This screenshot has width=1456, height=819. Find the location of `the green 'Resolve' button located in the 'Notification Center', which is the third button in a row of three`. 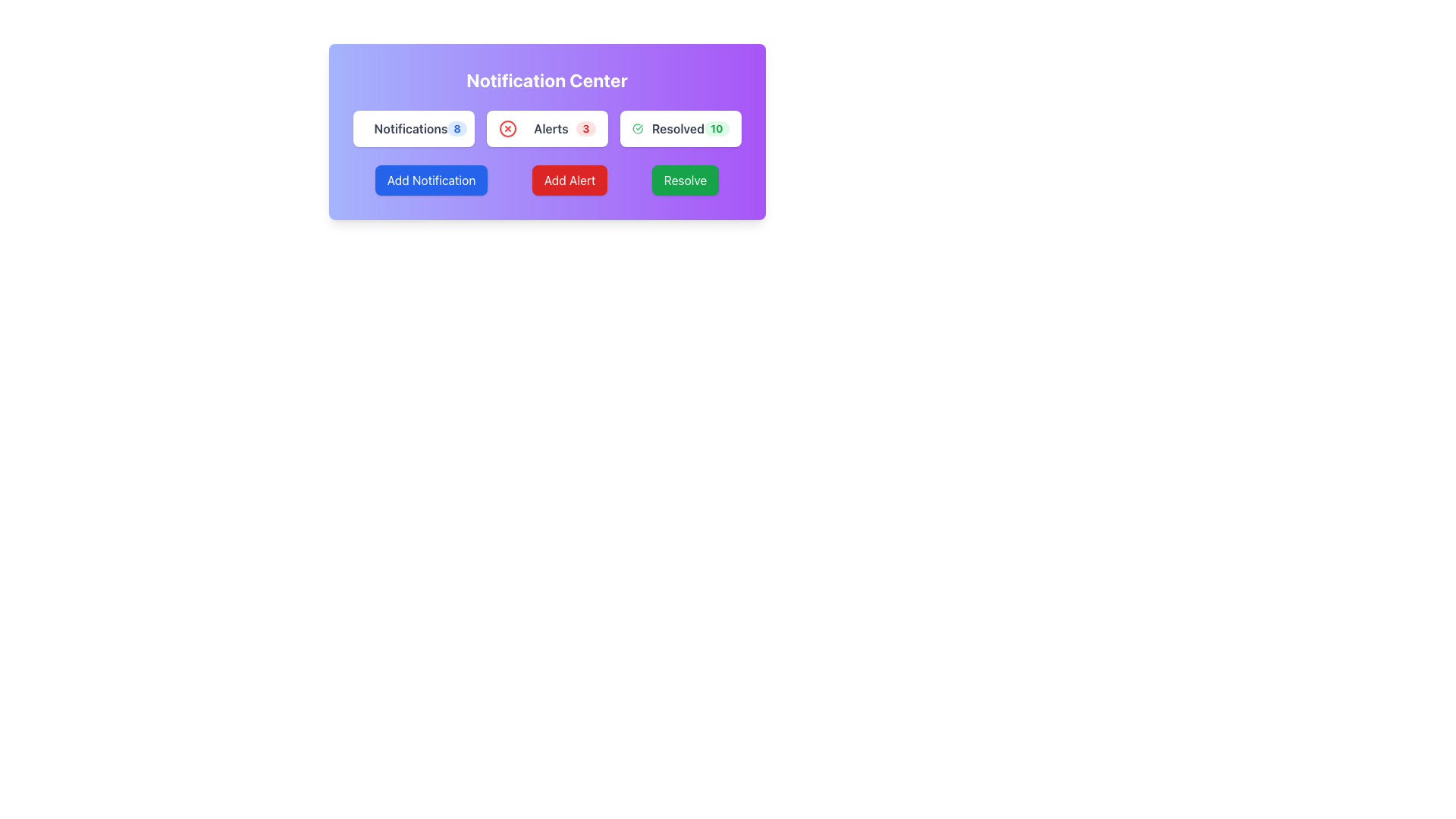

the green 'Resolve' button located in the 'Notification Center', which is the third button in a row of three is located at coordinates (684, 180).